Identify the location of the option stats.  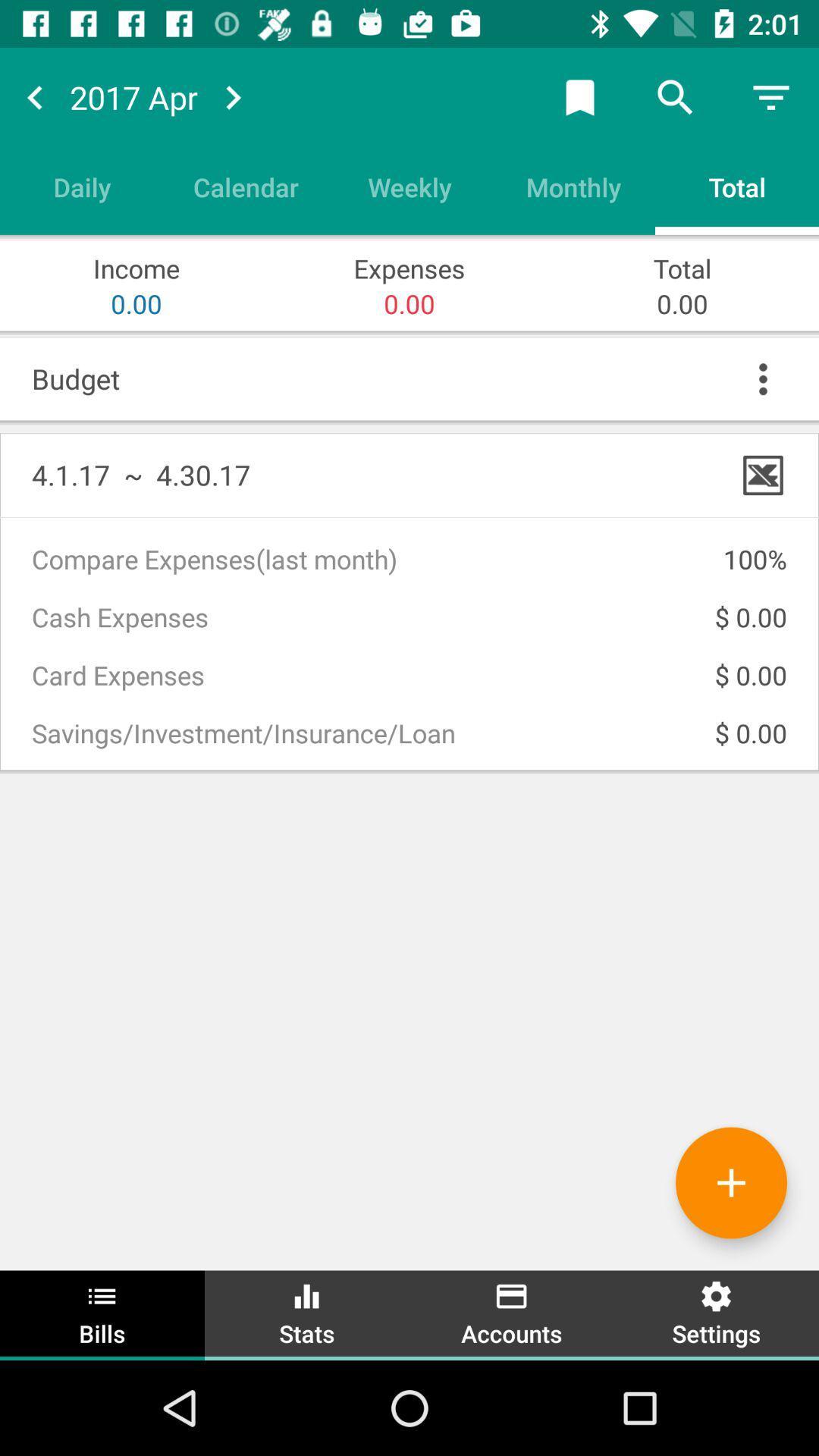
(307, 1313).